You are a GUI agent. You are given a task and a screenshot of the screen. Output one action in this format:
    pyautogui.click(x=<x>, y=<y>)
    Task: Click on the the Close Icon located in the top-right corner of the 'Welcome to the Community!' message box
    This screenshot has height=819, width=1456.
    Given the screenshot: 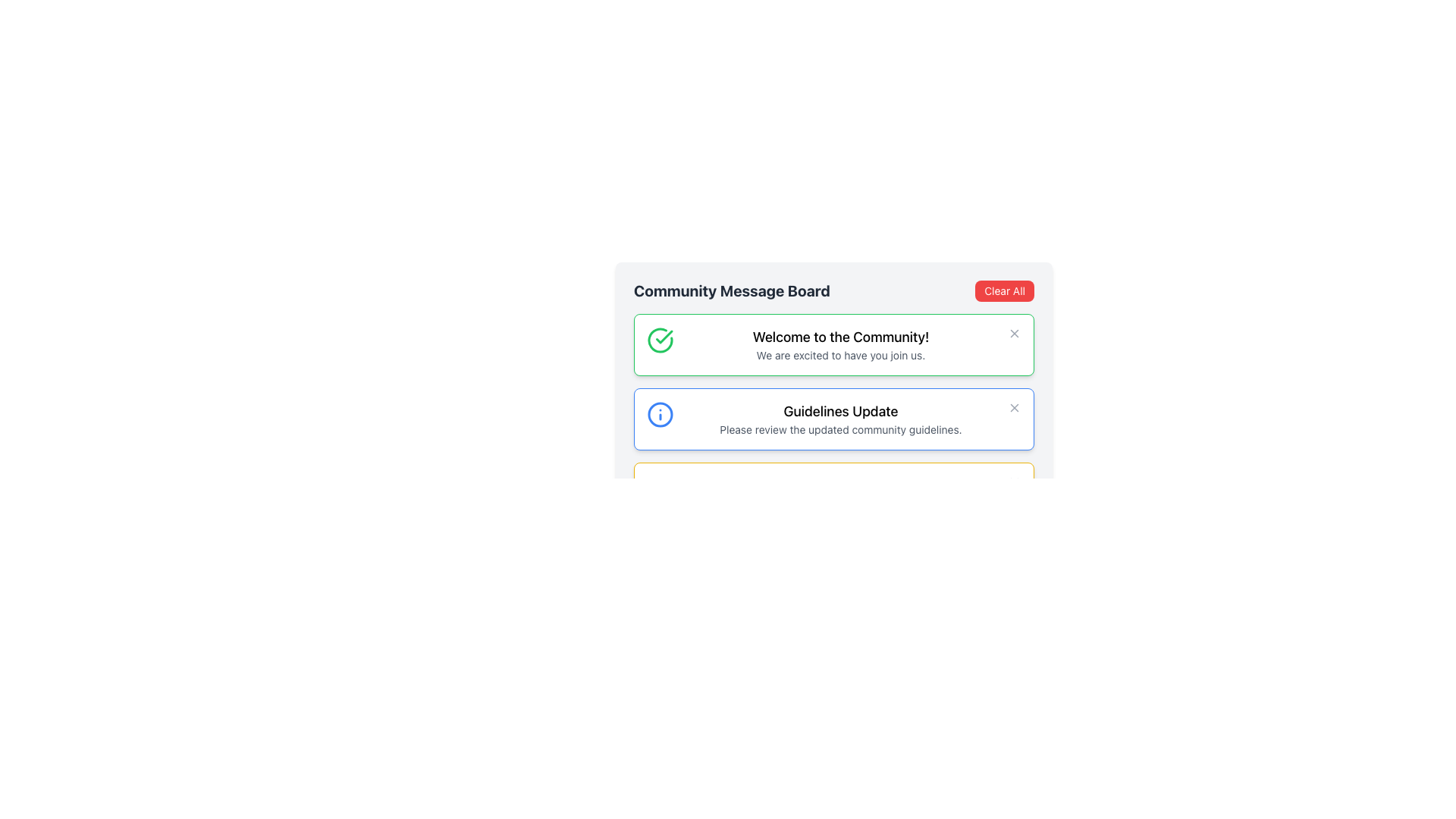 What is the action you would take?
    pyautogui.click(x=1015, y=332)
    